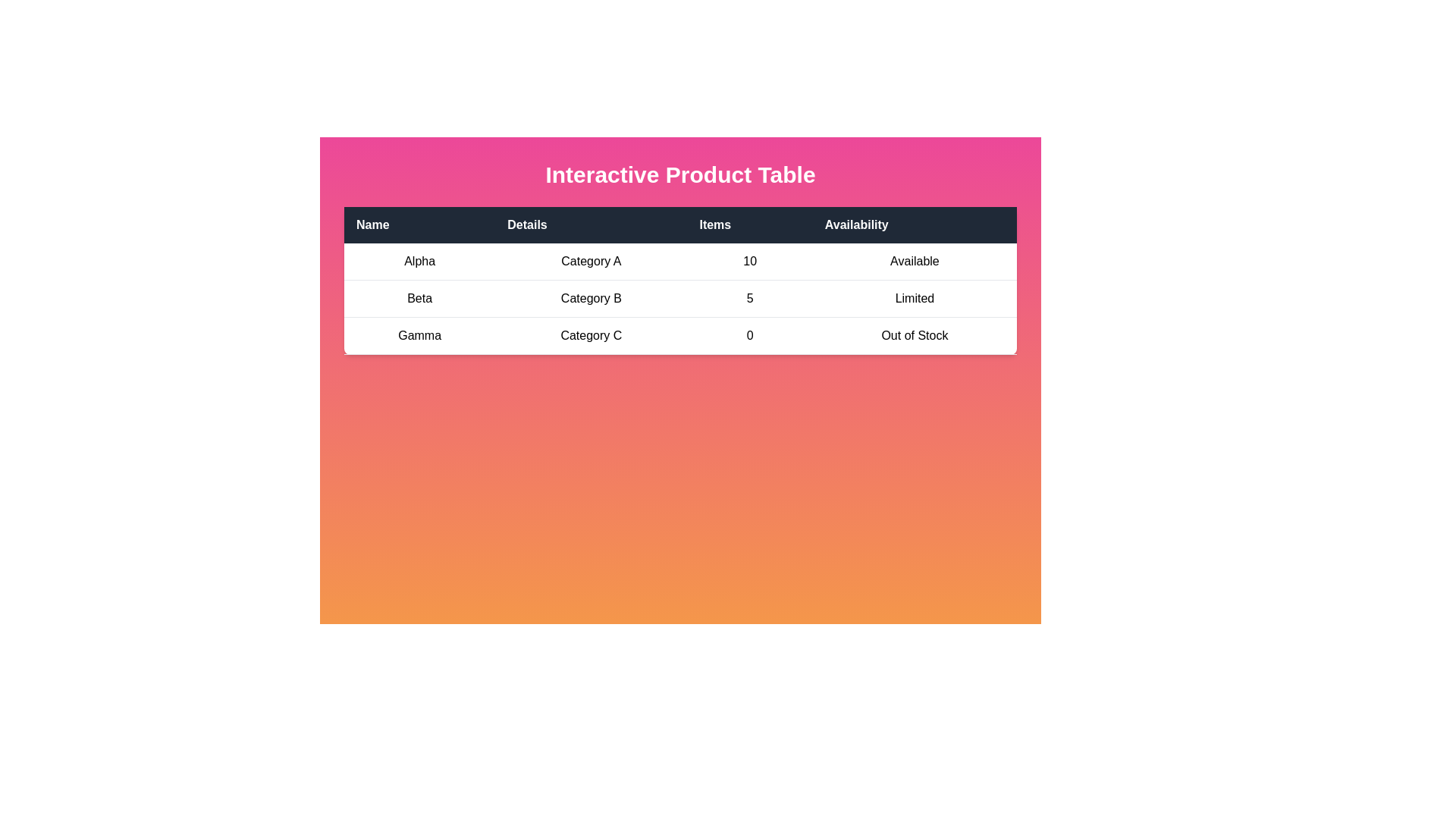 The width and height of the screenshot is (1456, 819). Describe the element at coordinates (590, 298) in the screenshot. I see `the static text label 'Category B' located in the second row of the table under the 'Details' header, positioned between 'Beta' and '5'` at that location.